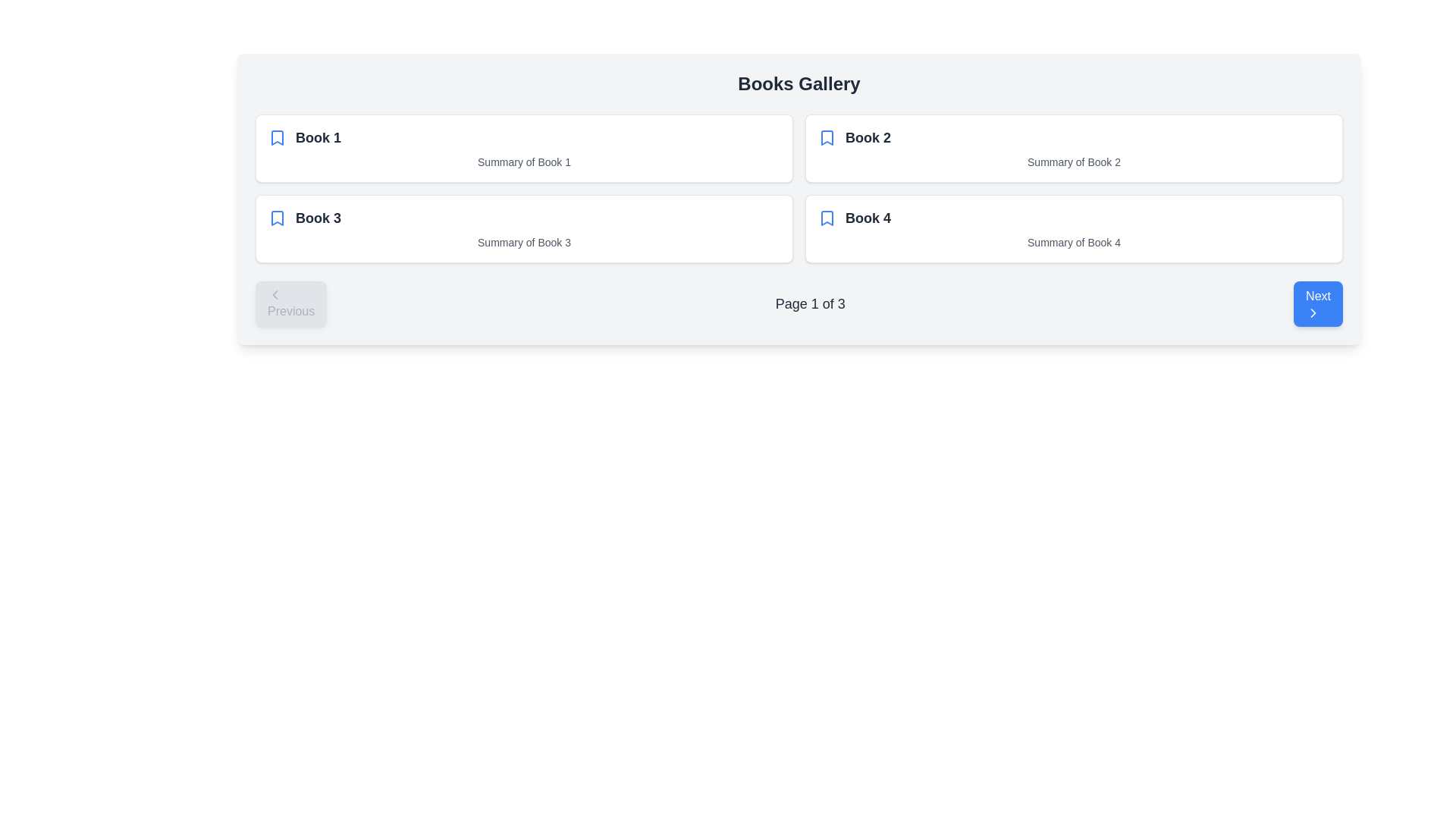 Image resolution: width=1456 pixels, height=819 pixels. What do you see at coordinates (1073, 242) in the screenshot?
I see `the text label displaying 'Summary of Book 4', which is positioned beneath the main title 'Book 4' within the card layout` at bounding box center [1073, 242].